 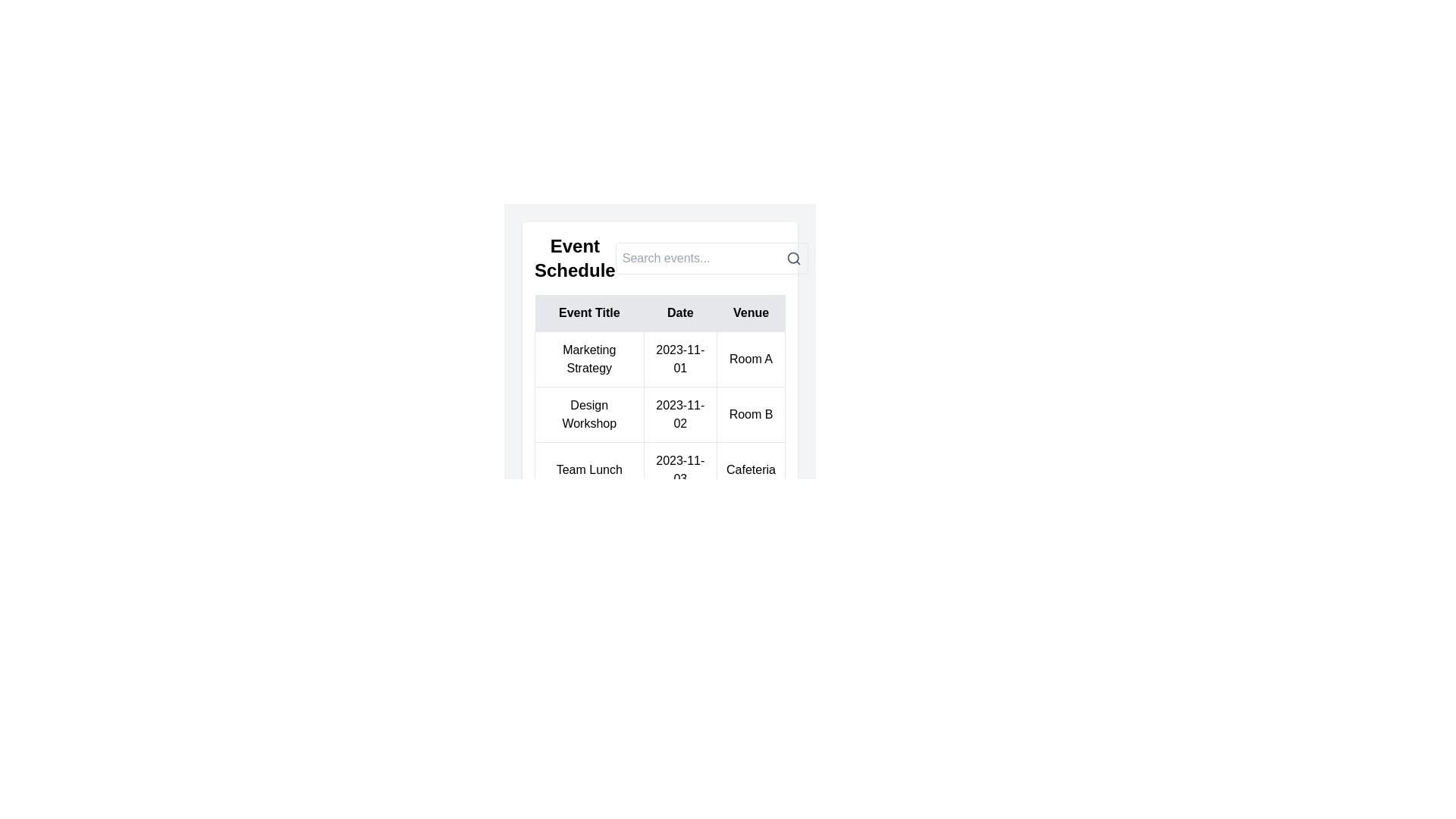 What do you see at coordinates (660, 396) in the screenshot?
I see `the table cell in the second row and second column of the 'Event Schedule' card that displays the date for the 'Design Workshop' event` at bounding box center [660, 396].